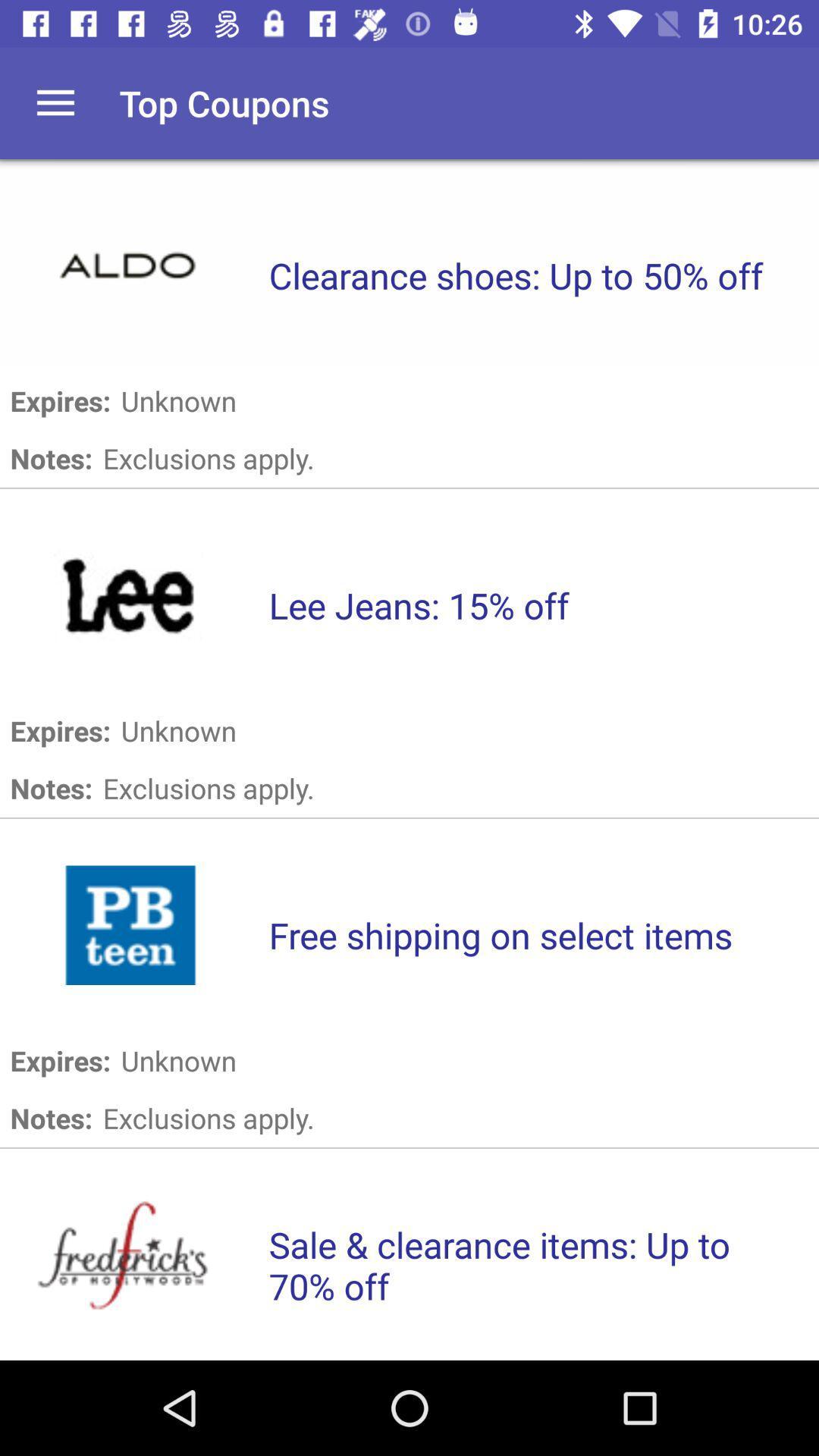 Image resolution: width=819 pixels, height=1456 pixels. Describe the element at coordinates (55, 102) in the screenshot. I see `button to open up main menu` at that location.